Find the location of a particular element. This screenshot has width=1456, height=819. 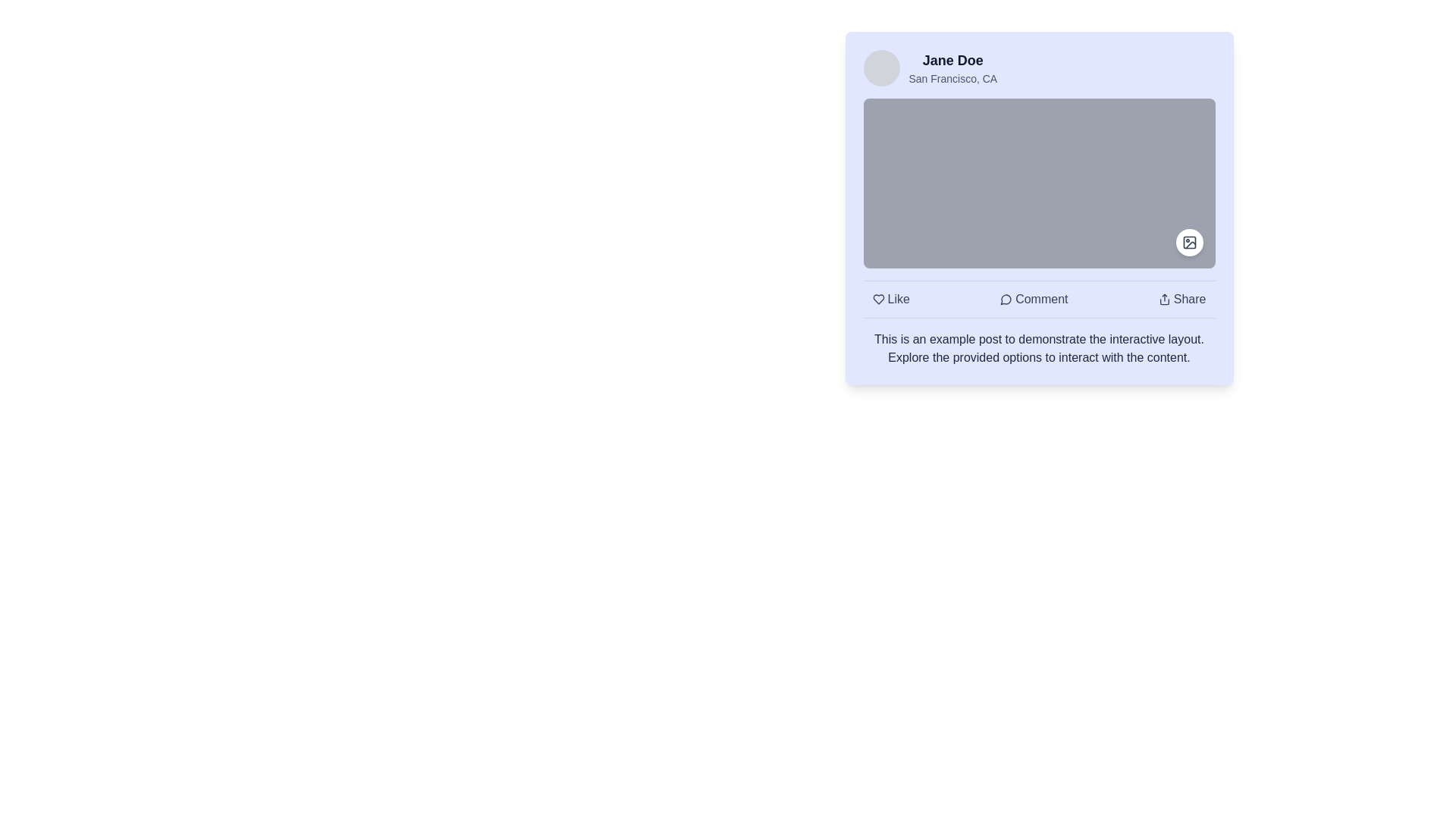

the 'Comment' button is located at coordinates (1033, 299).